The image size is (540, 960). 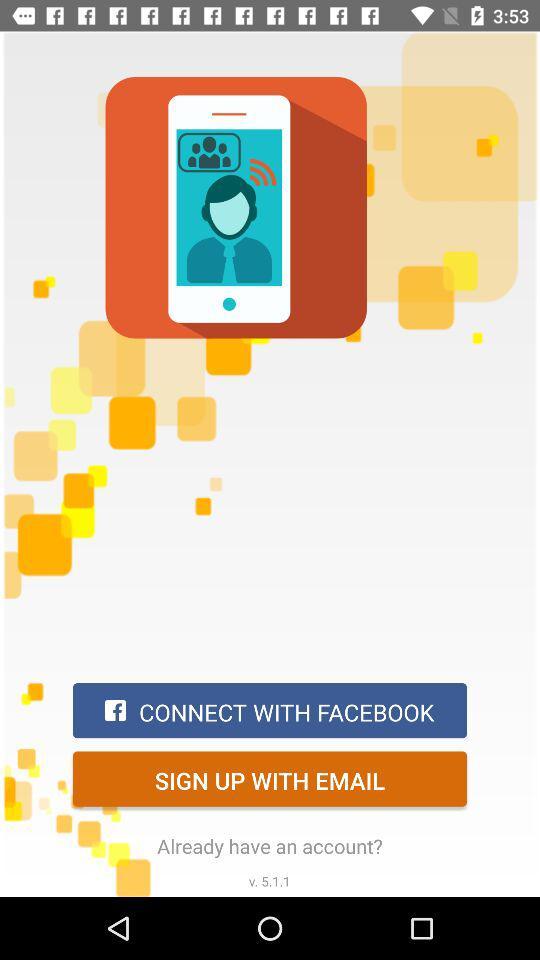 What do you see at coordinates (270, 778) in the screenshot?
I see `item below connect with facebook` at bounding box center [270, 778].